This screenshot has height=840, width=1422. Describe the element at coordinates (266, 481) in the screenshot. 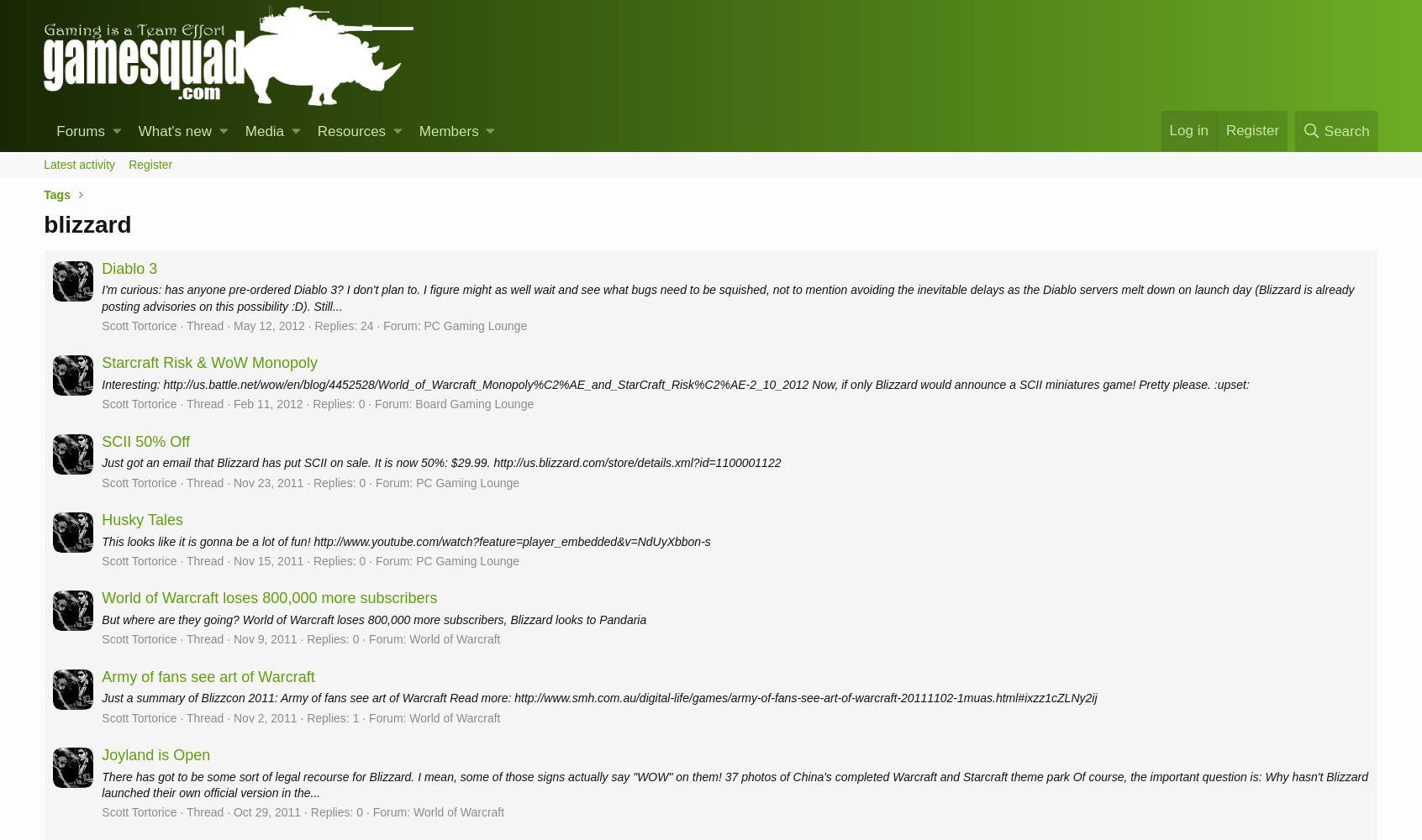

I see `'Nov 23, 2011'` at that location.